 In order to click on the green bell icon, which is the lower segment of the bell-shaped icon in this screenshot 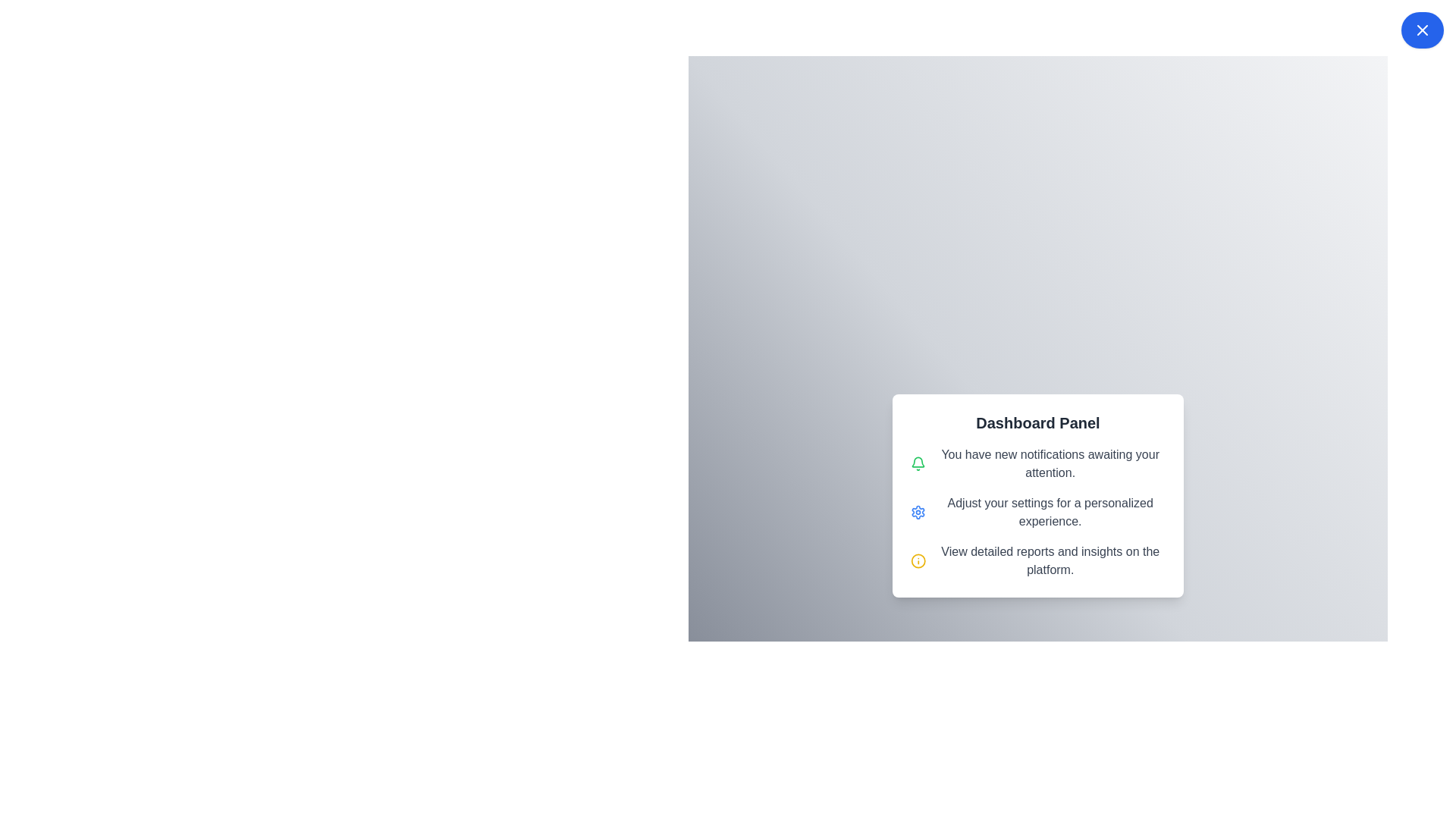, I will do `click(918, 461)`.